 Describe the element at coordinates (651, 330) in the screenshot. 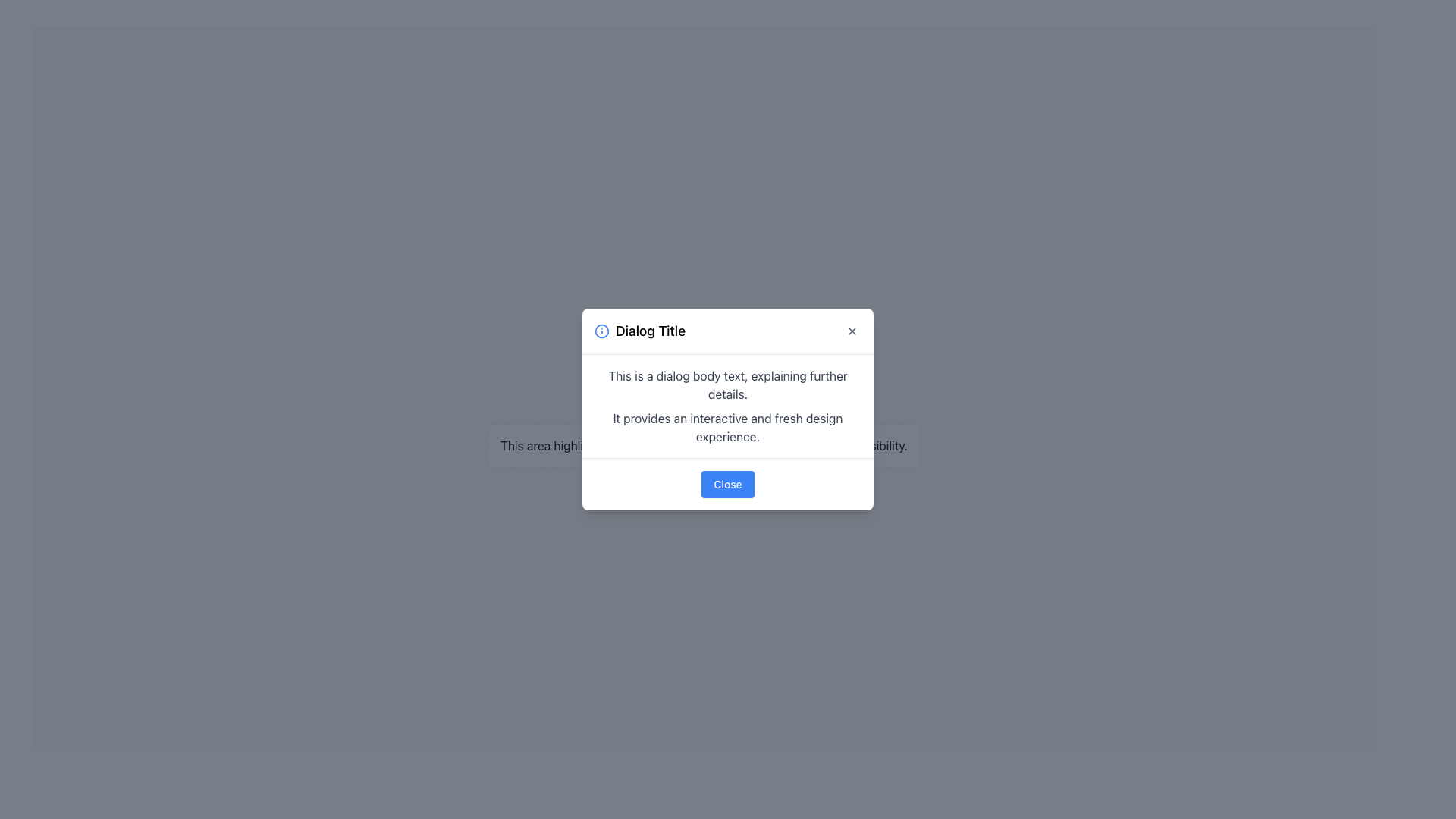

I see `title text displayed in the dialog box header, which is located to the right of a blue information icon` at that location.